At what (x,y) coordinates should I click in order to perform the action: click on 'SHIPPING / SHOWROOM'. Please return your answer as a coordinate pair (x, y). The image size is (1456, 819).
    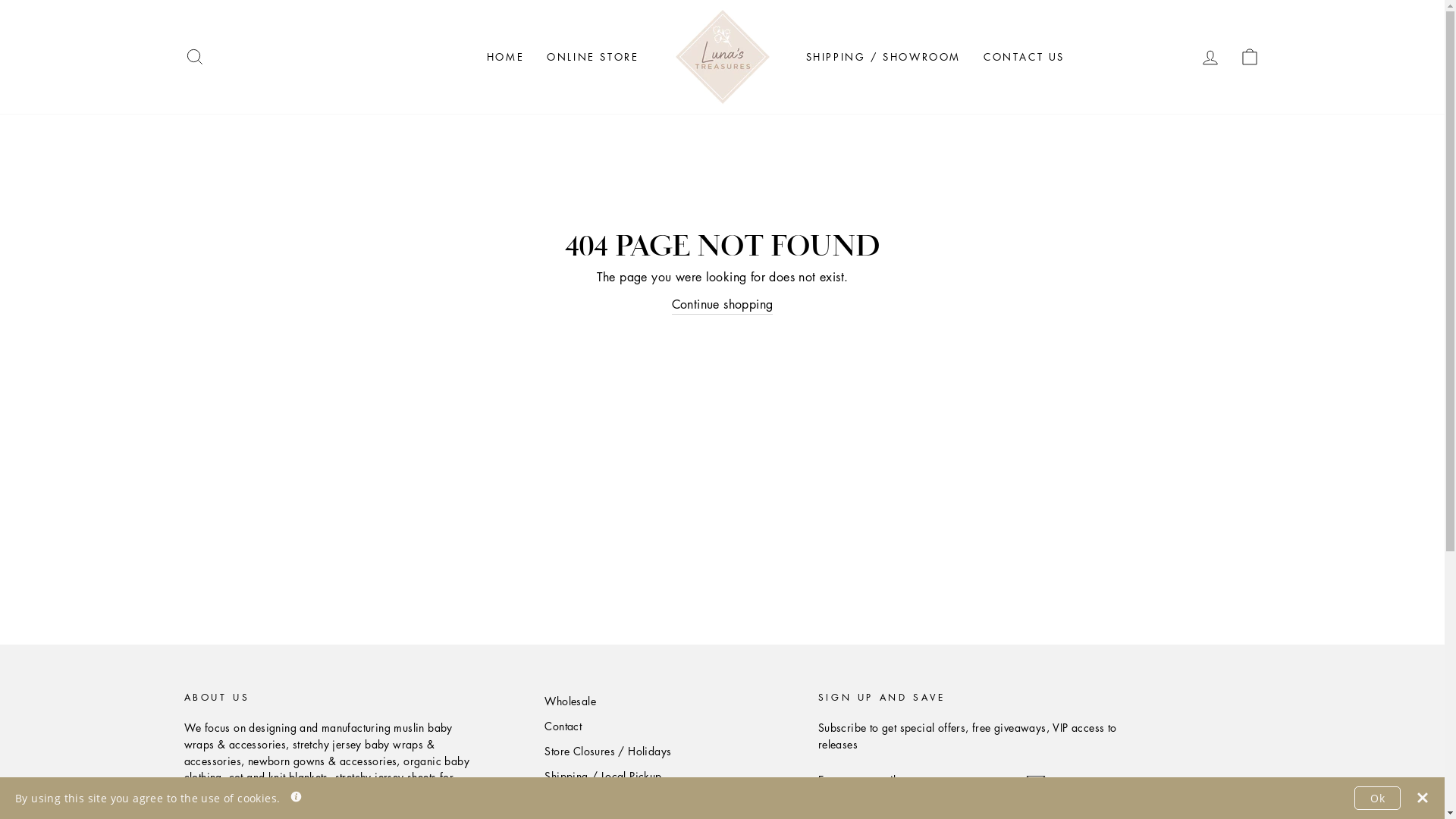
    Looking at the image, I should click on (883, 55).